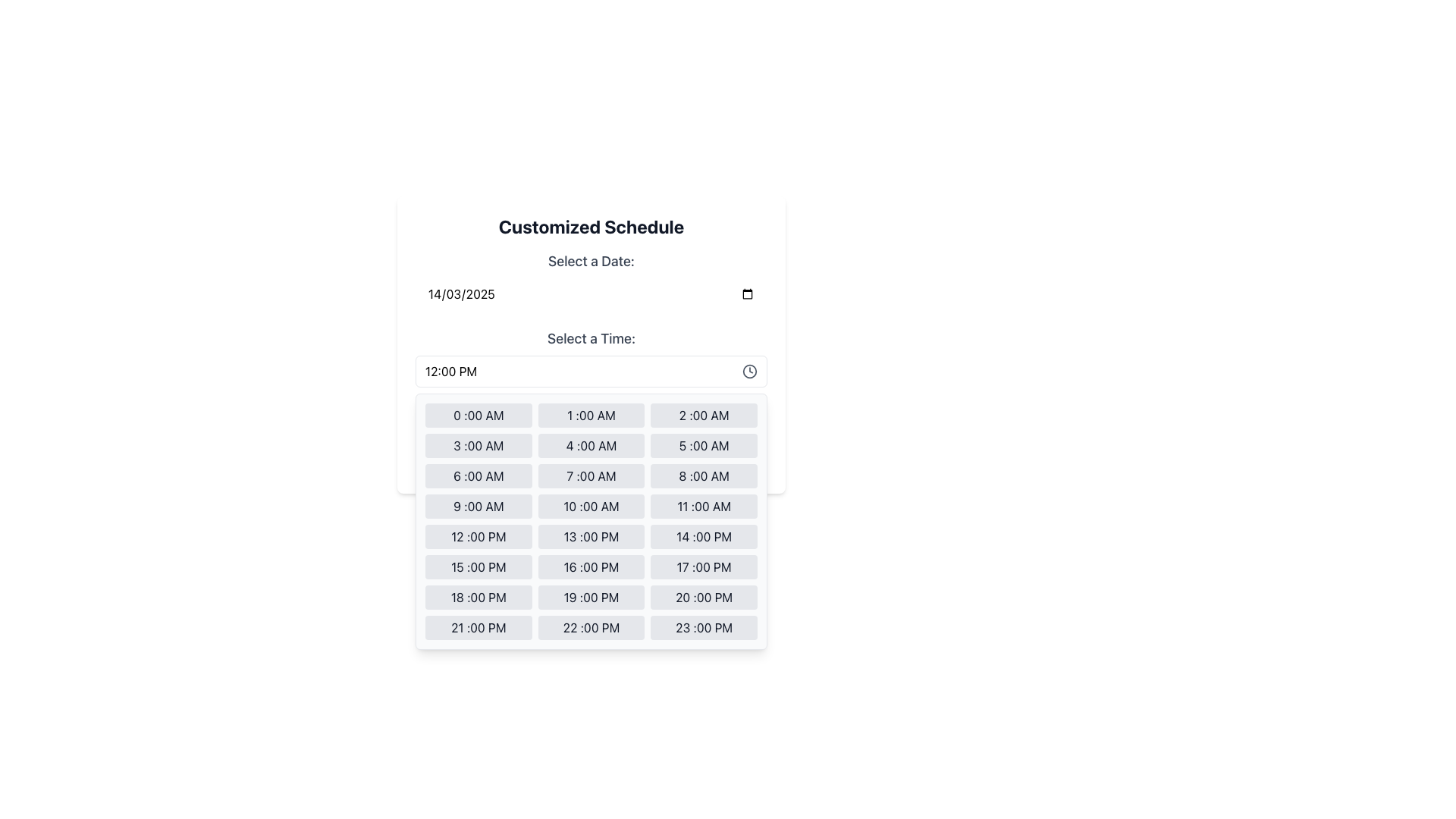  Describe the element at coordinates (703, 567) in the screenshot. I see `the rectangular button with rounded corners displaying '17 :00 PM'` at that location.